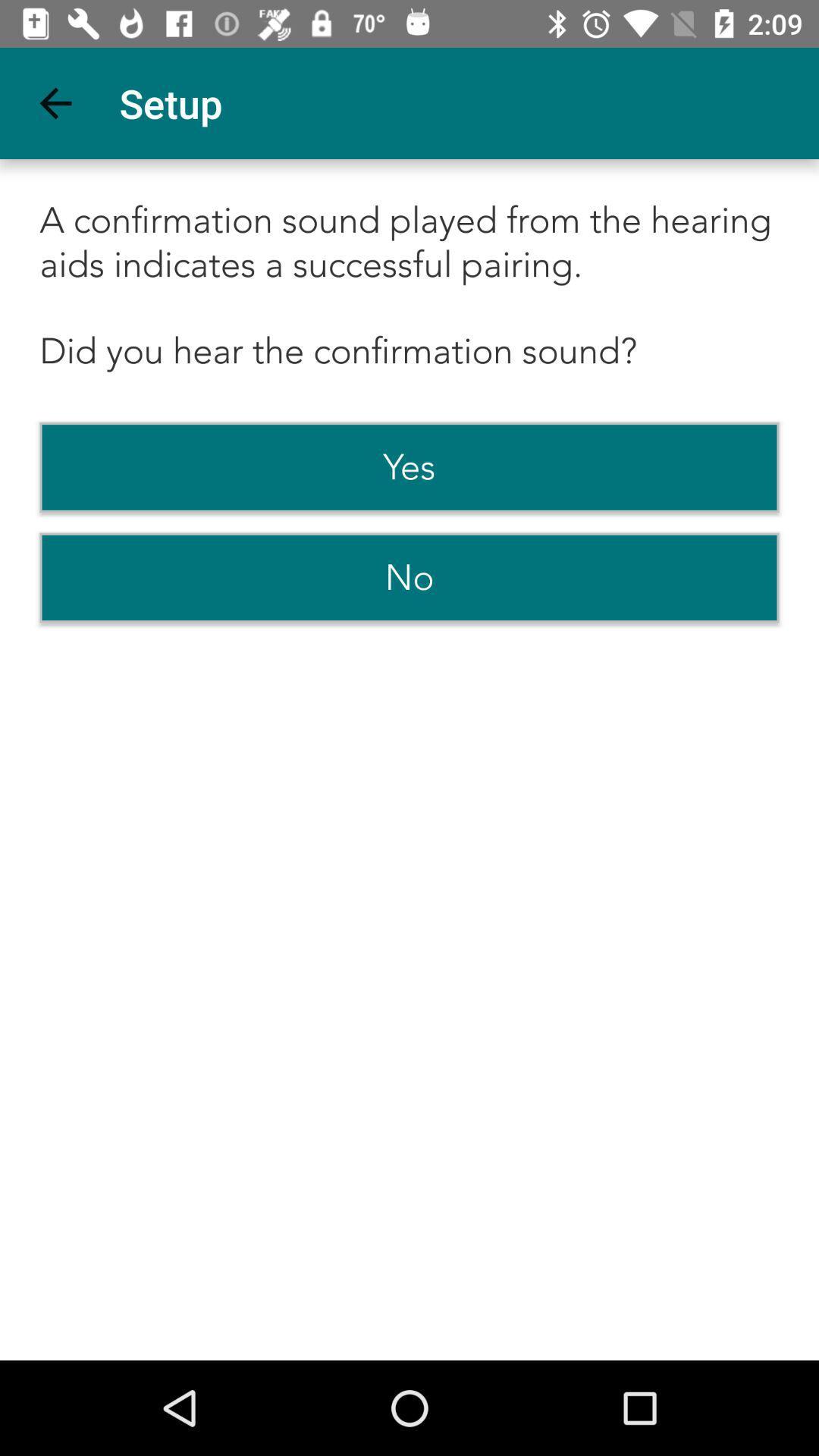 Image resolution: width=819 pixels, height=1456 pixels. Describe the element at coordinates (409, 577) in the screenshot. I see `no item` at that location.